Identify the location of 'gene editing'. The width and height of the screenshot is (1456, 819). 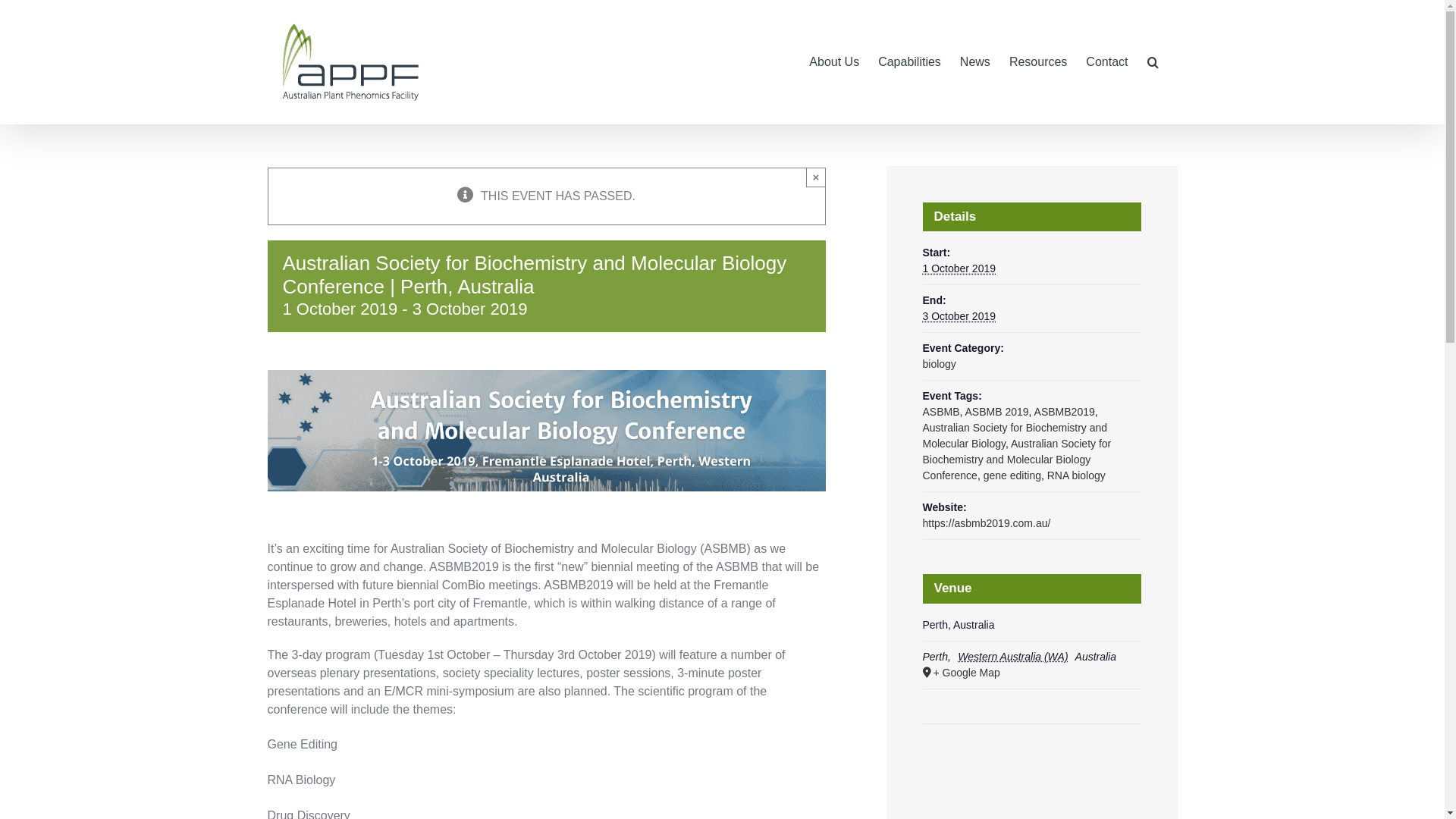
(983, 475).